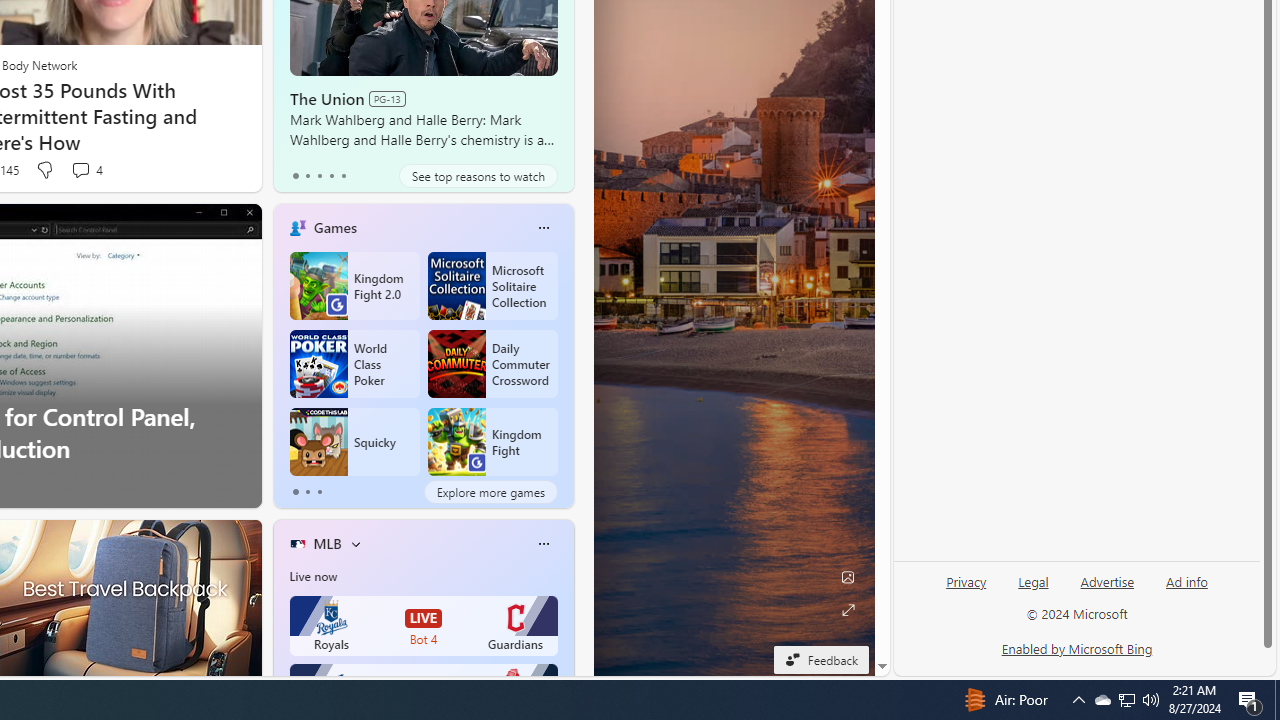 Image resolution: width=1280 pixels, height=720 pixels. I want to click on 'Privacy', so click(966, 582).